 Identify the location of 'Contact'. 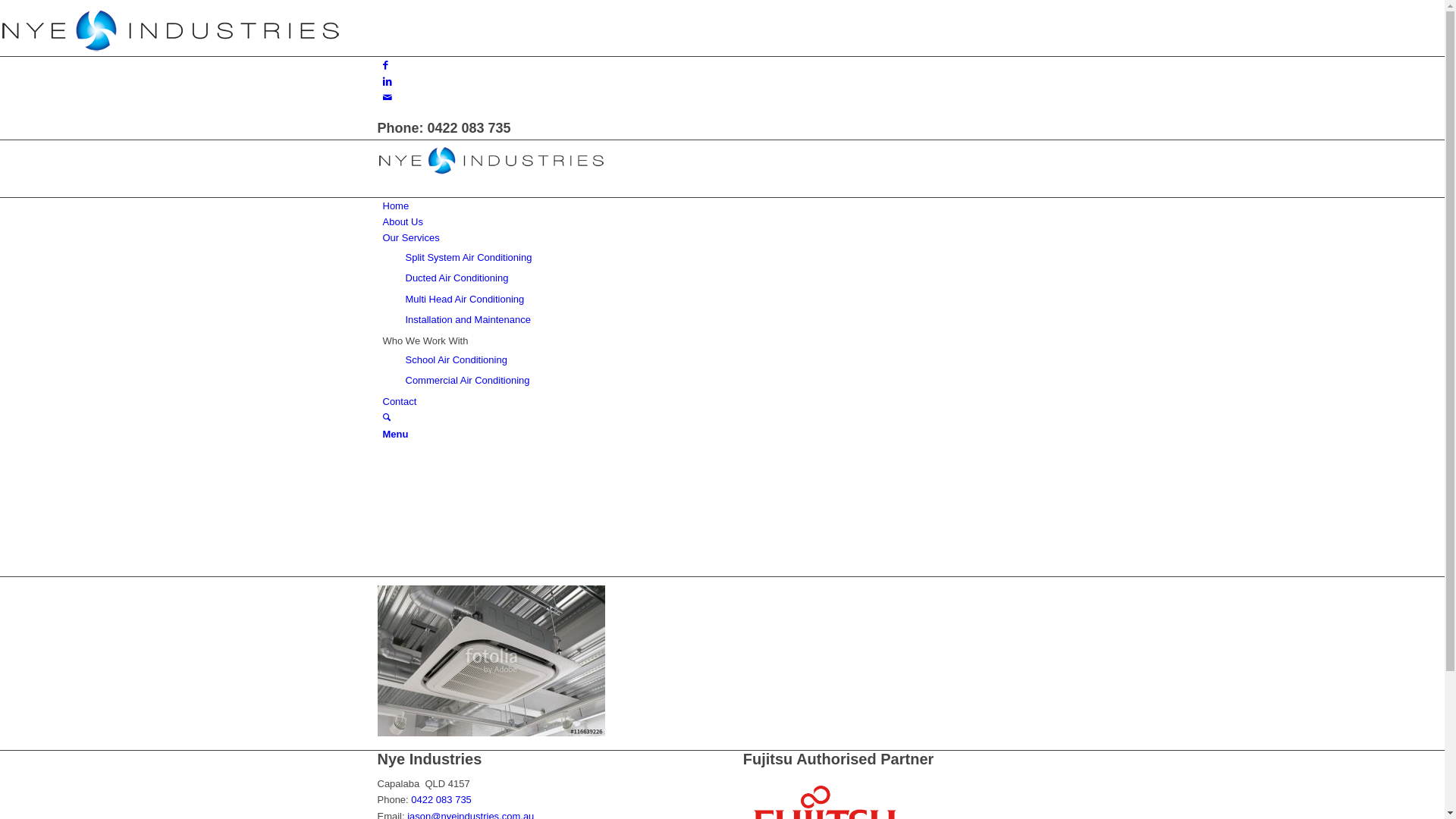
(382, 400).